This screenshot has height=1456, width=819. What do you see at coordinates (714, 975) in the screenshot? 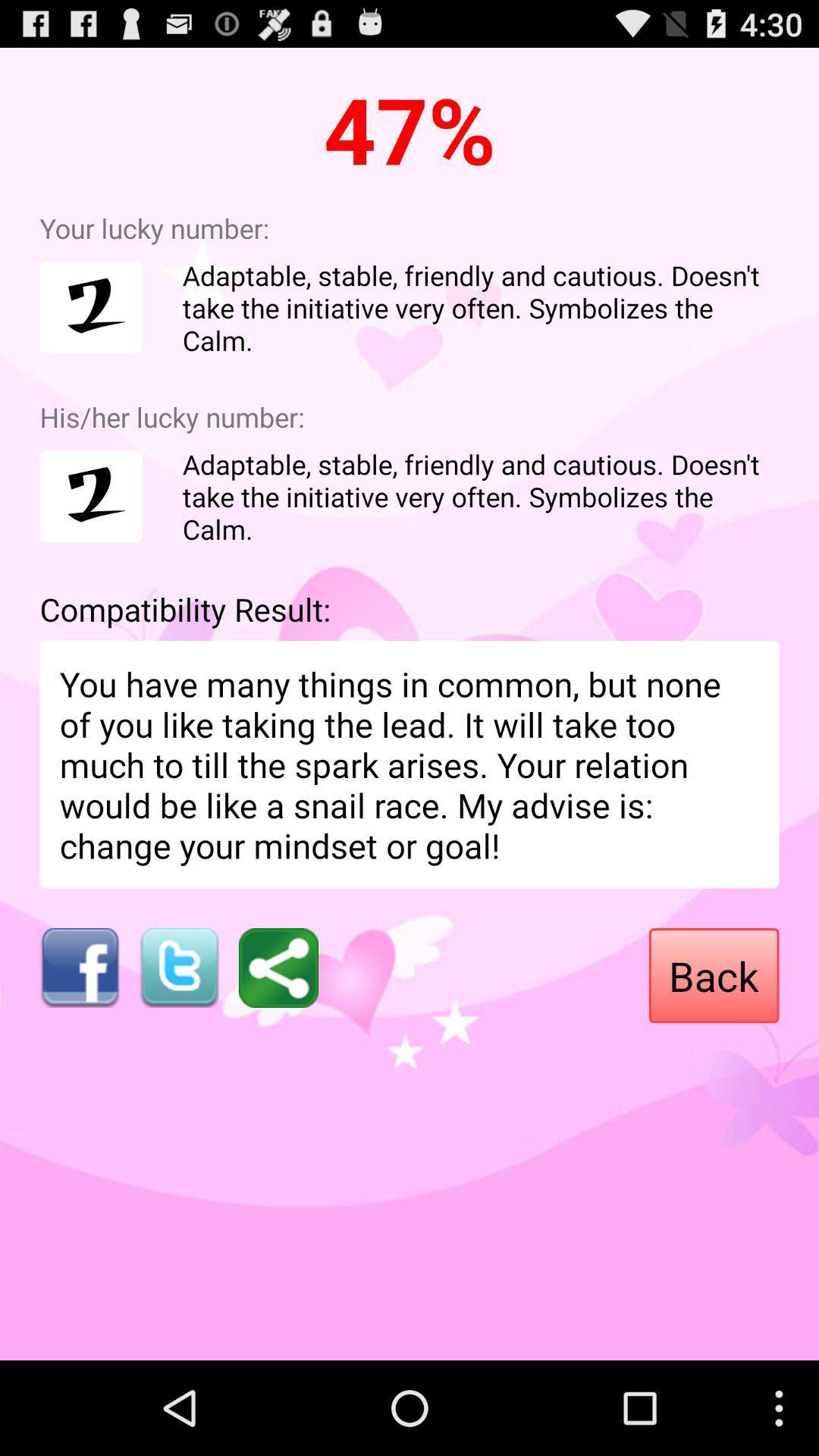
I see `button at the bottom right corner` at bounding box center [714, 975].